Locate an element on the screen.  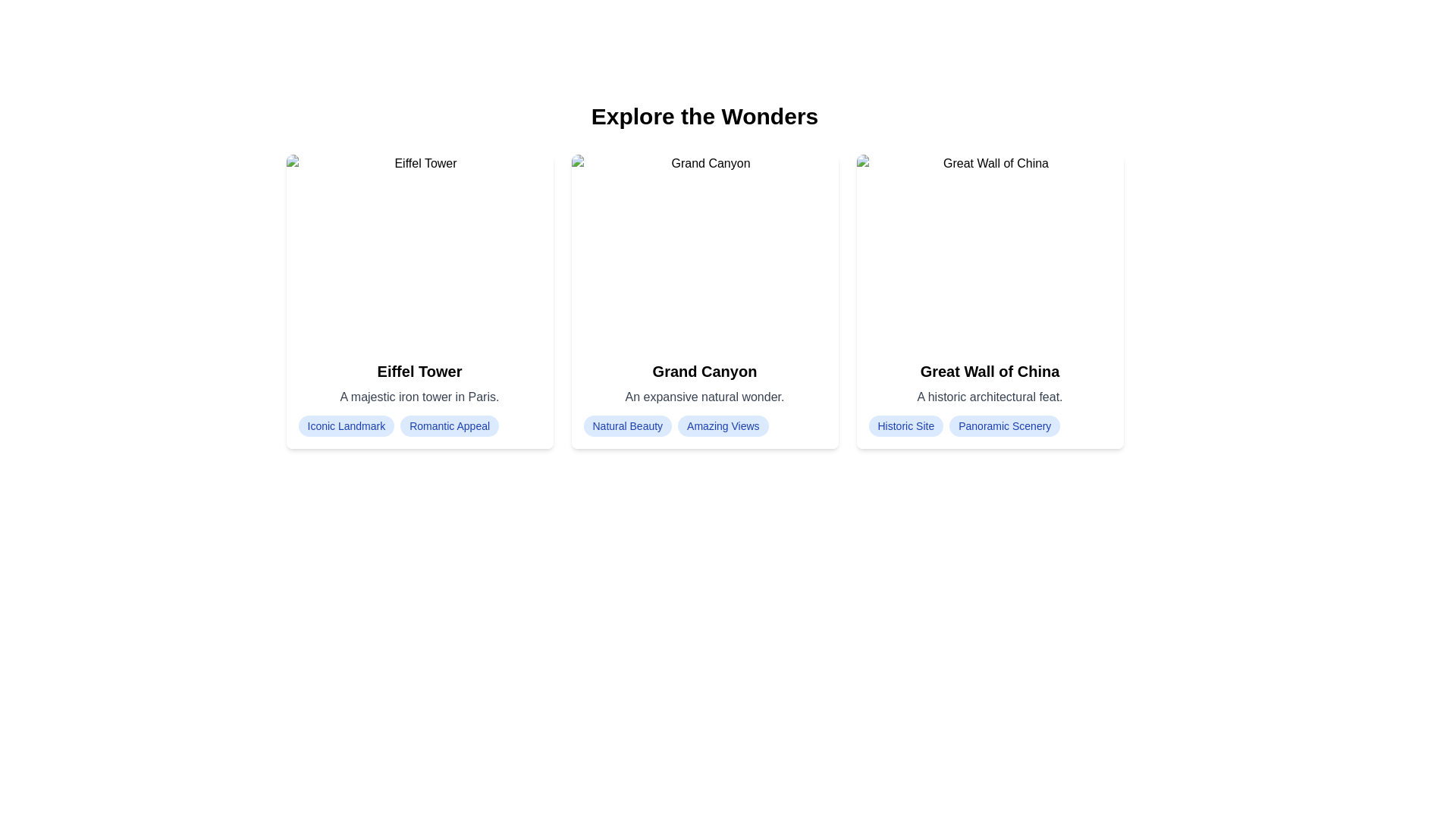
the tag element that provides additional context for the 'Eiffel Tower' is located at coordinates (449, 426).